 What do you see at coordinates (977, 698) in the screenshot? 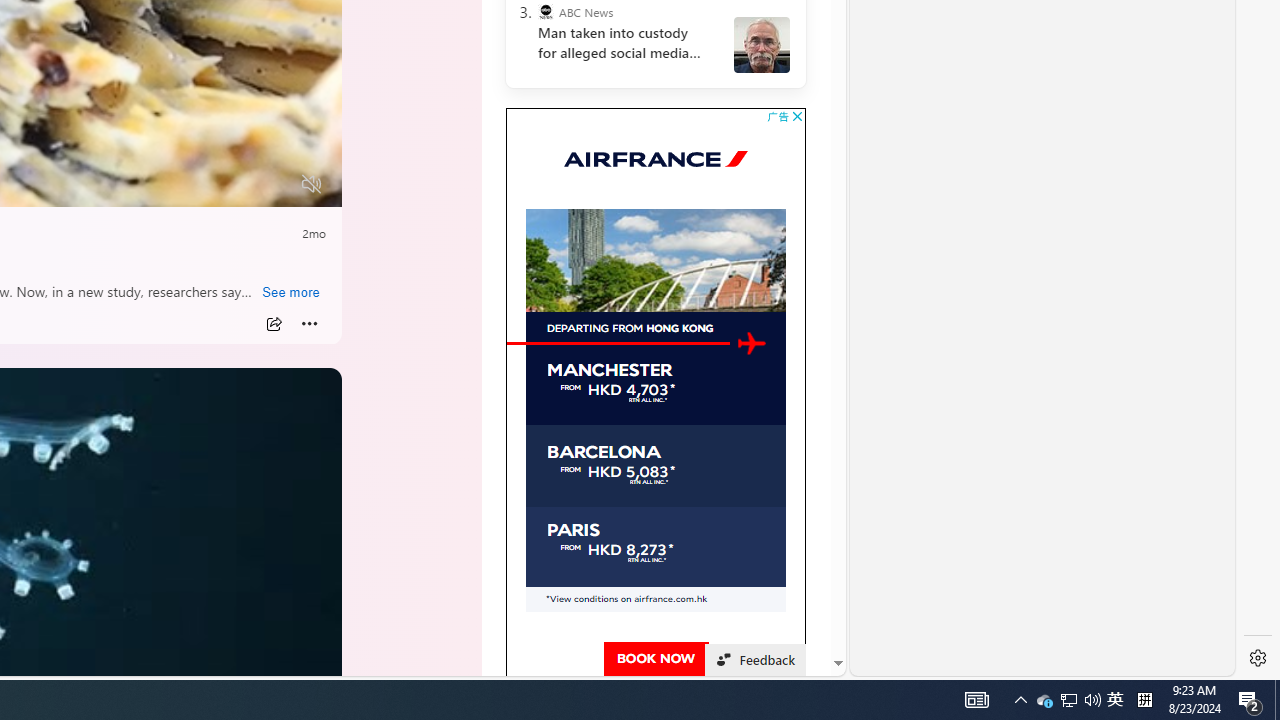
I see `'AutomationID: 4105'` at bounding box center [977, 698].